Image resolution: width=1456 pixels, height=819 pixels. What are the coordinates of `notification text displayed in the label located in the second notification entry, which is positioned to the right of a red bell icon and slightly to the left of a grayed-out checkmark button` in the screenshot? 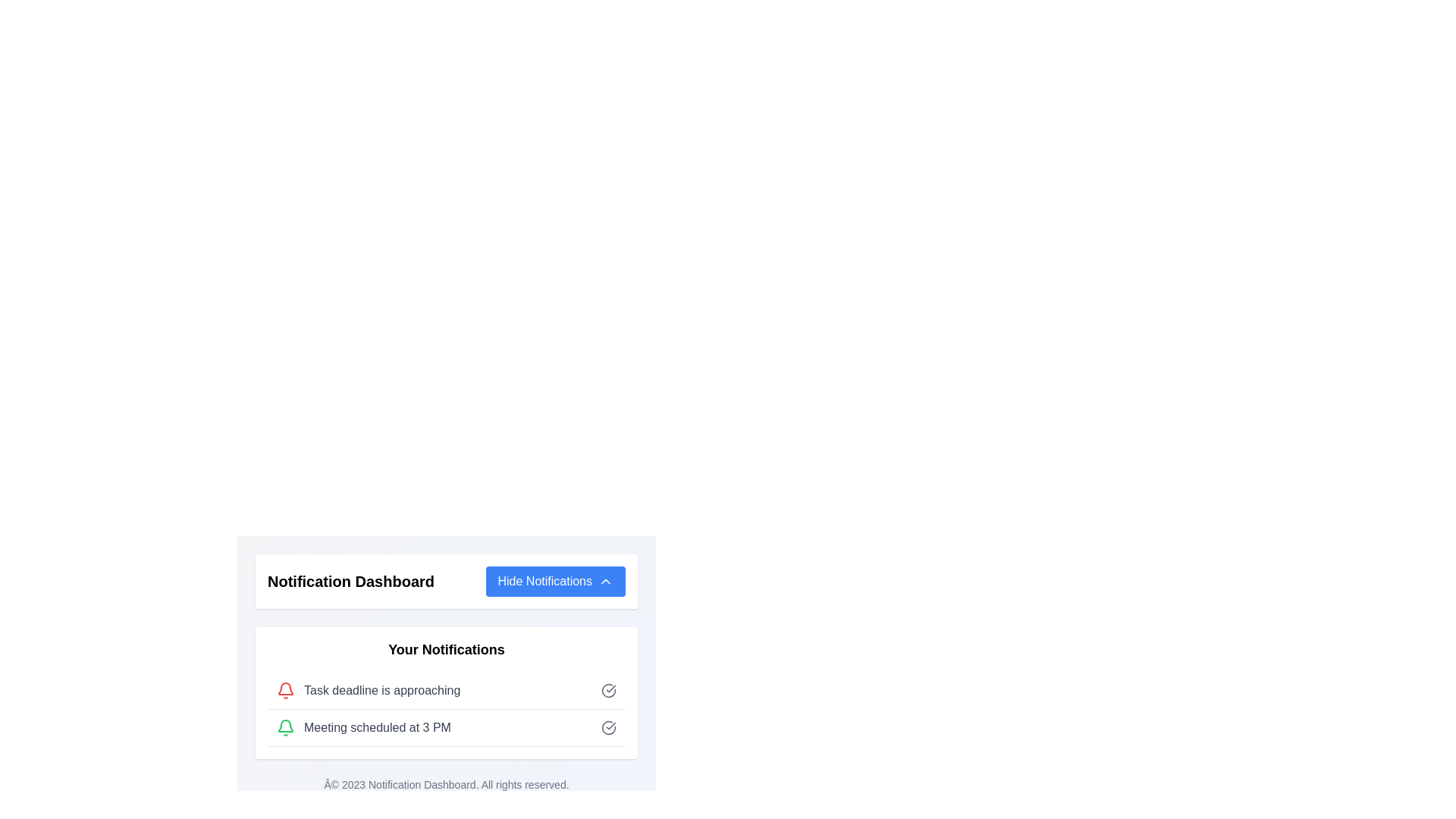 It's located at (382, 690).